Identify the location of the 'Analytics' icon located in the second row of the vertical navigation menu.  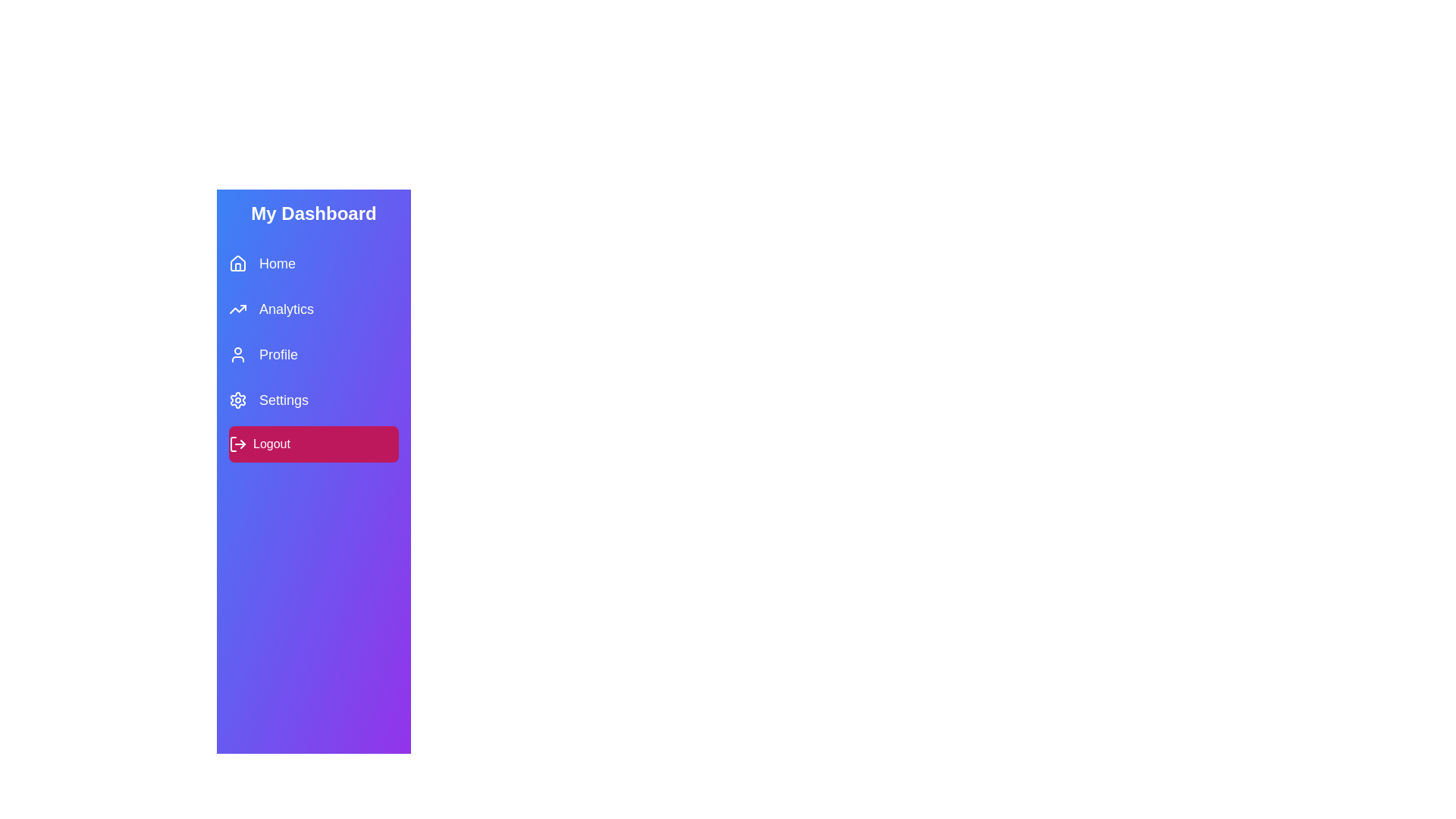
(237, 309).